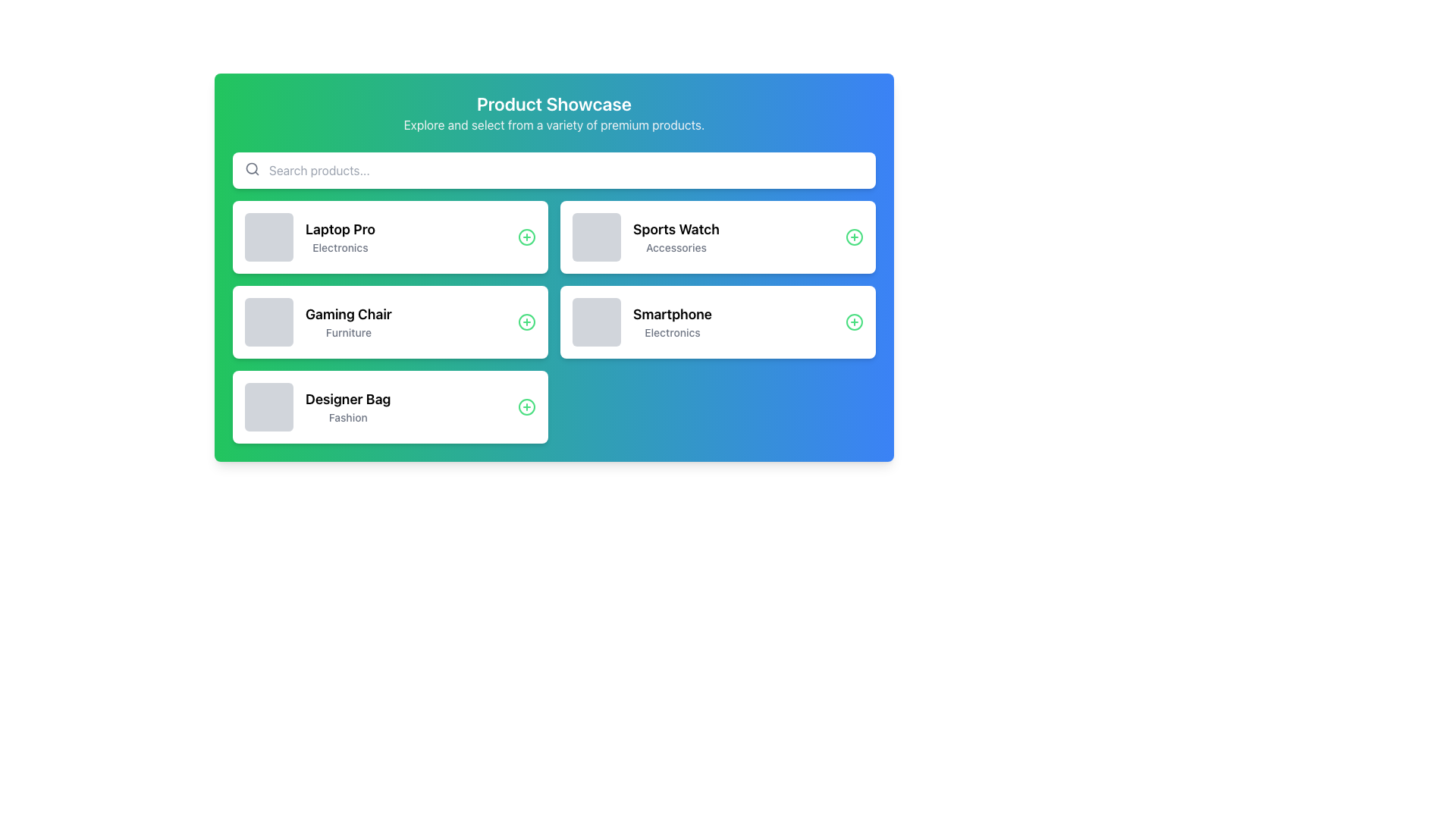 This screenshot has height=819, width=1456. What do you see at coordinates (553, 321) in the screenshot?
I see `the plus icon on one of the interactive cards in the grid layout, which contains product representations and is centrally located below the header and search bar` at bounding box center [553, 321].